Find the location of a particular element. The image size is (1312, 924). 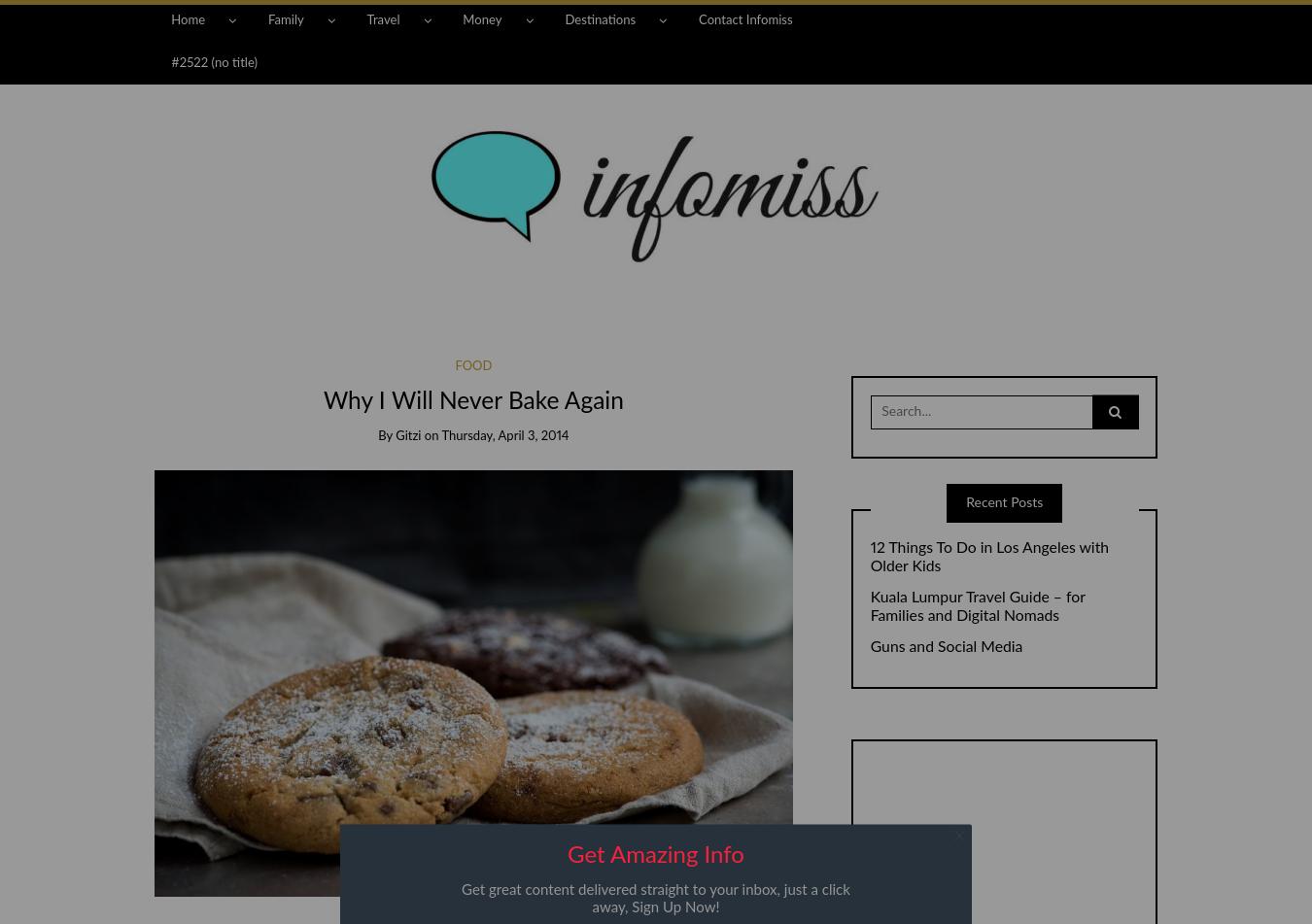

'12 Things To Do in Los Angeles with Older Kids' is located at coordinates (870, 556).